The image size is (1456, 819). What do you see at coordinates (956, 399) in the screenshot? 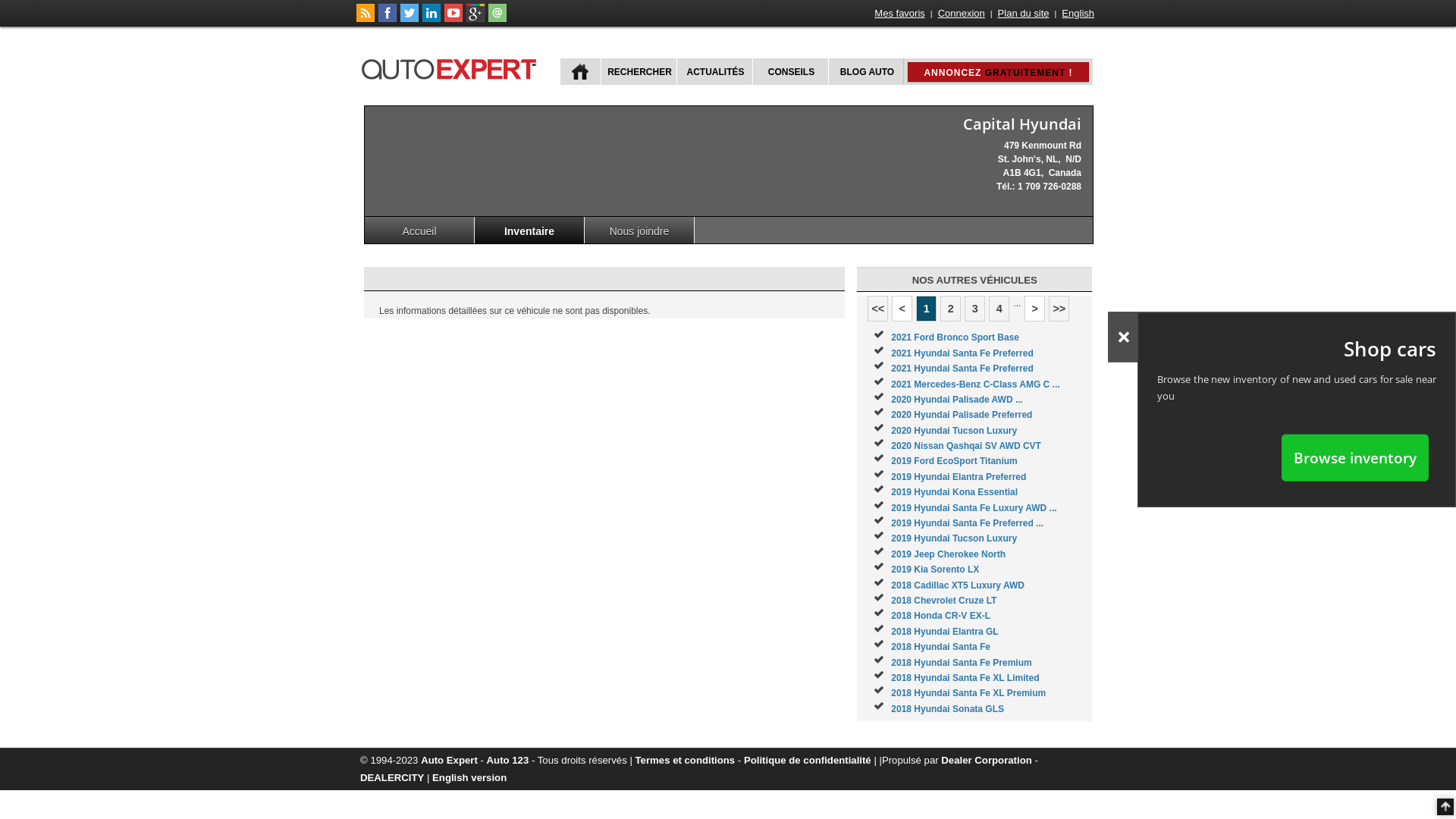
I see `'2020 Hyundai Palisade AWD ...'` at bounding box center [956, 399].